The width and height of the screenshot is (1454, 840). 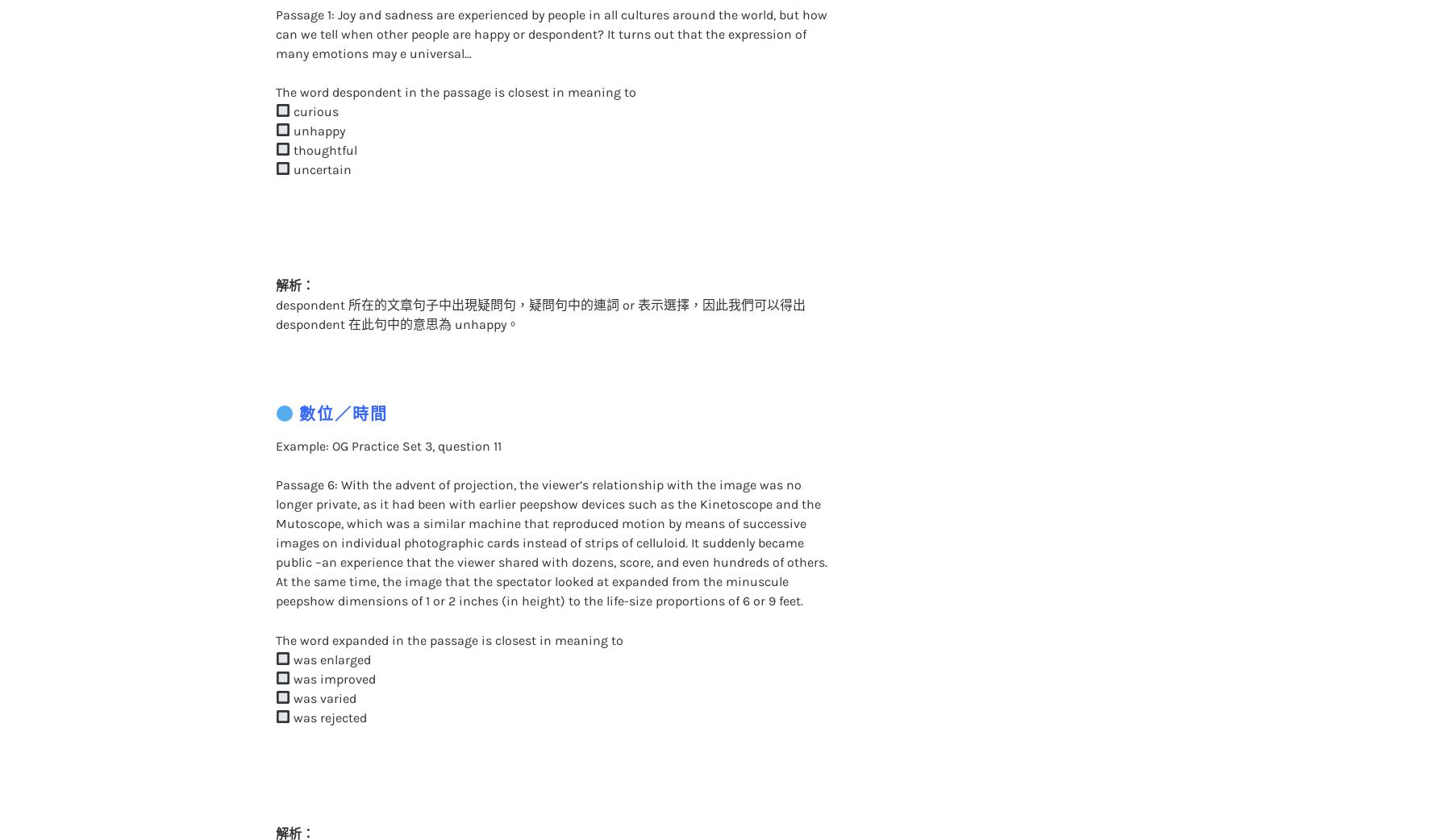 What do you see at coordinates (539, 281) in the screenshot?
I see `'despondent 所在的文章句子中出現疑問句，疑問句中的連詞 or 表示選擇，因此我們可以得出 despondent 在此句中的意思為 unhappy。'` at bounding box center [539, 281].